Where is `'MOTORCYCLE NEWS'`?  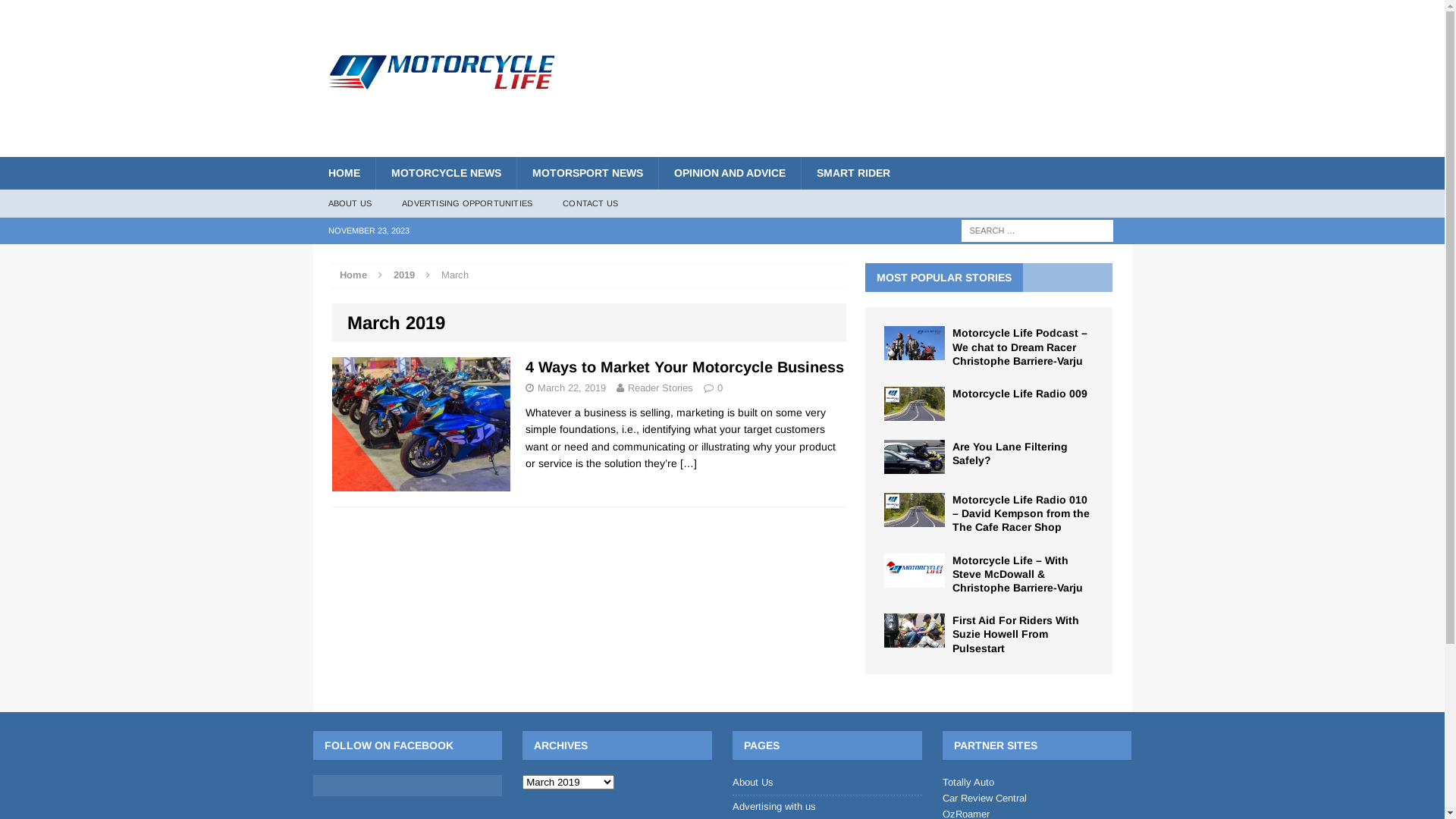
'MOTORCYCLE NEWS' is located at coordinates (444, 171).